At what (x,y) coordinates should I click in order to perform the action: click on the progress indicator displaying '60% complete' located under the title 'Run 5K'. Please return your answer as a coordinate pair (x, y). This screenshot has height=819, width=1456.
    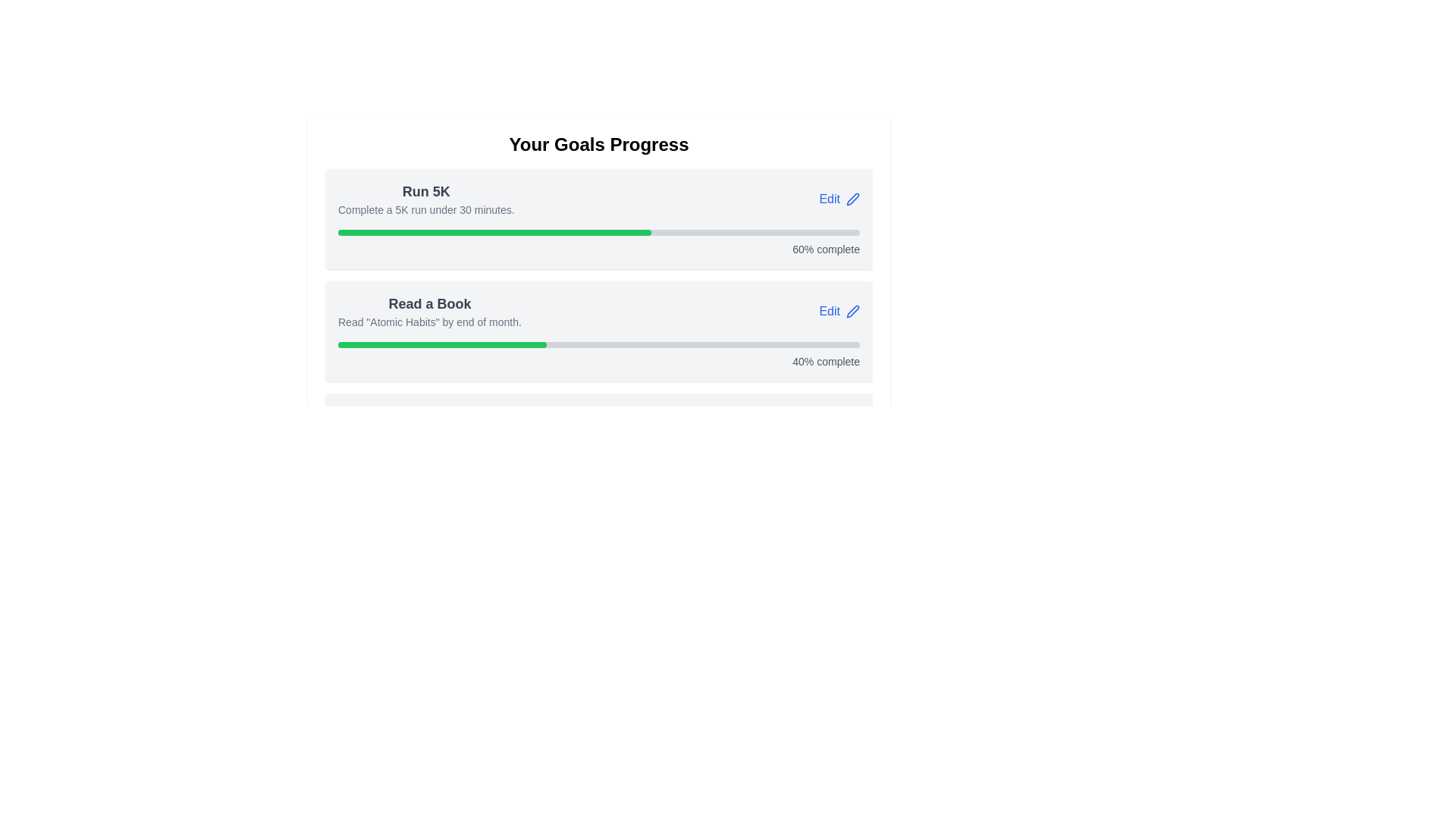
    Looking at the image, I should click on (598, 242).